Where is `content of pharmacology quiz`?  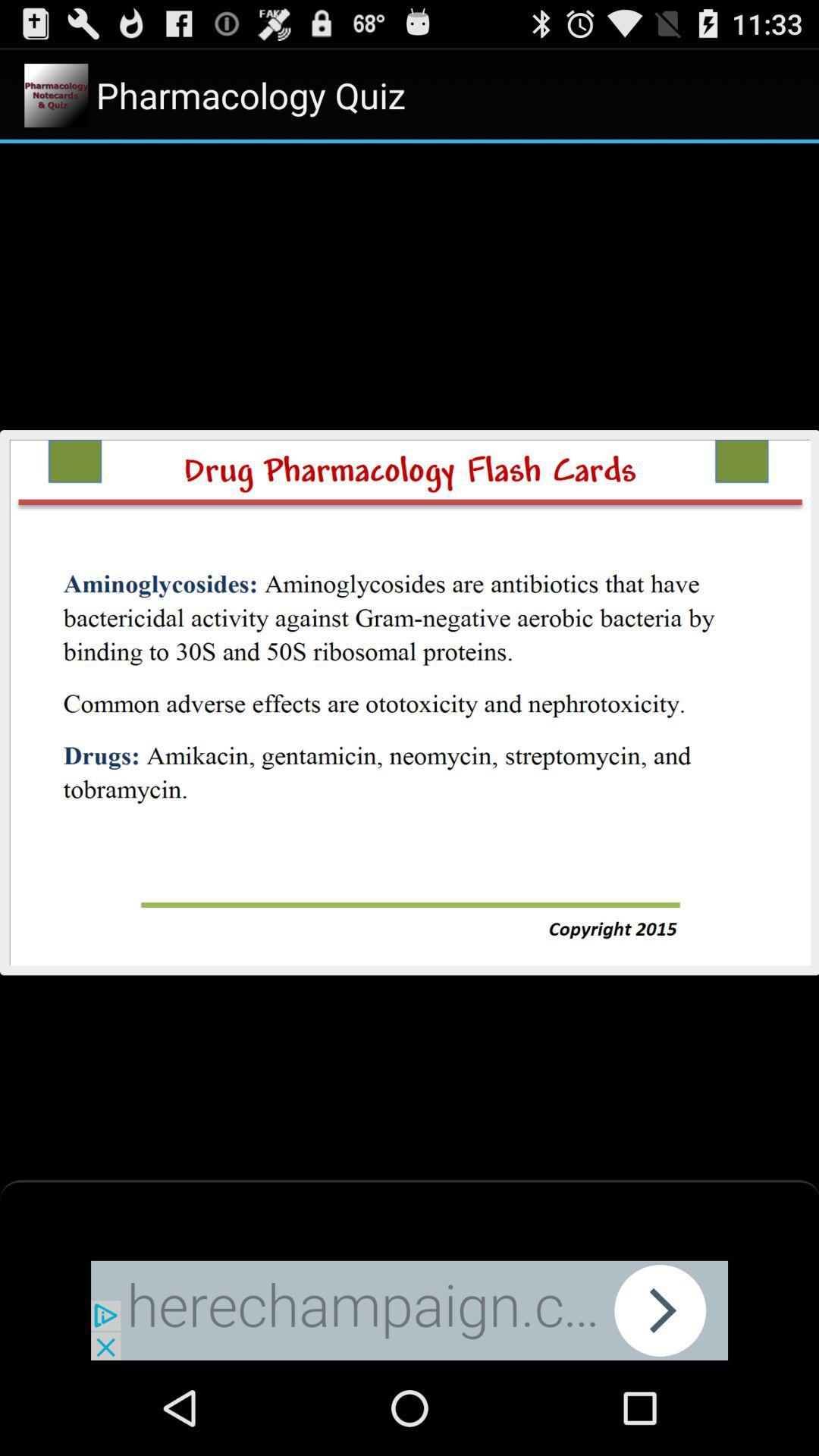 content of pharmacology quiz is located at coordinates (409, 701).